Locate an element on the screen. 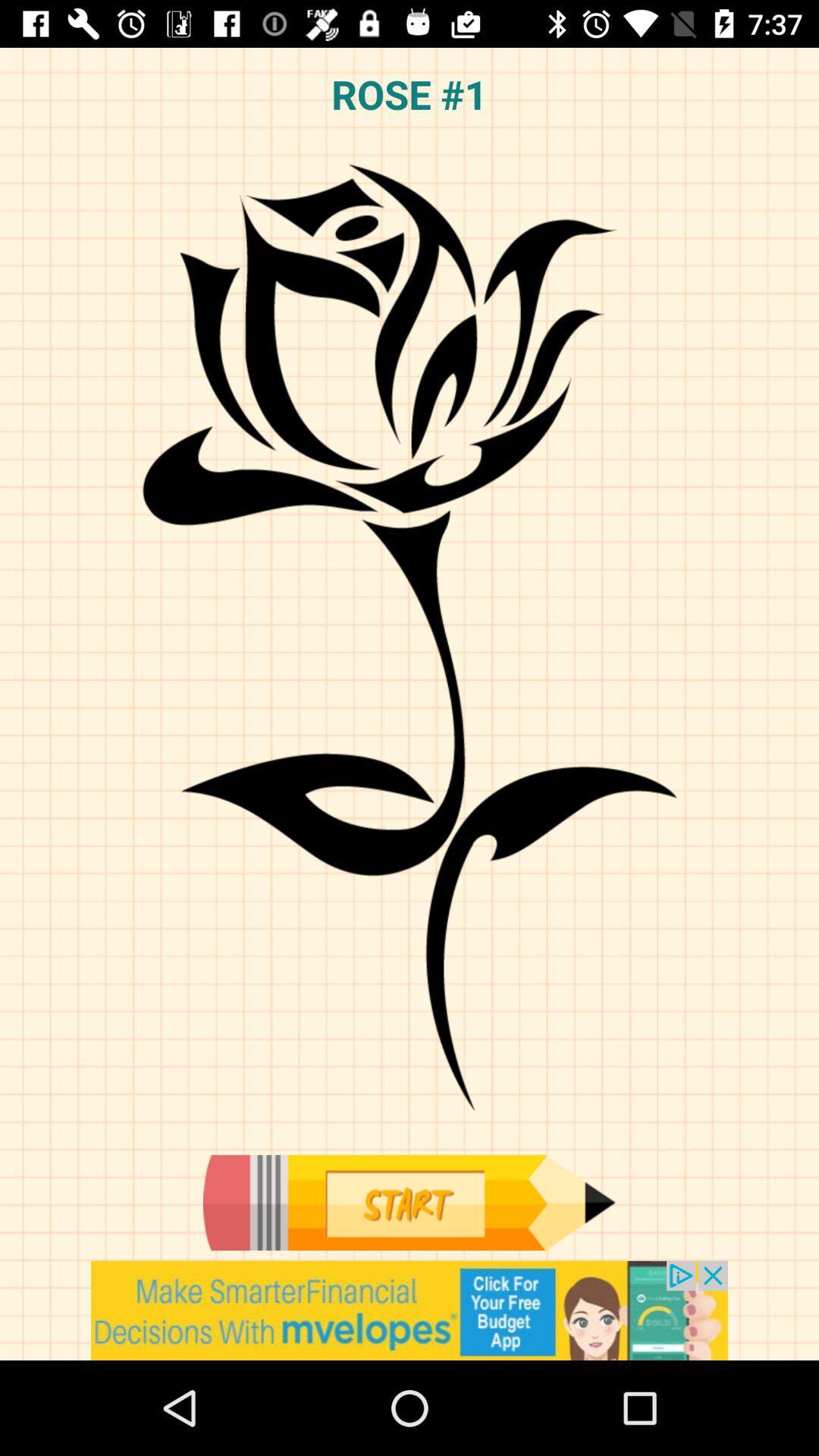  start the process is located at coordinates (408, 1202).